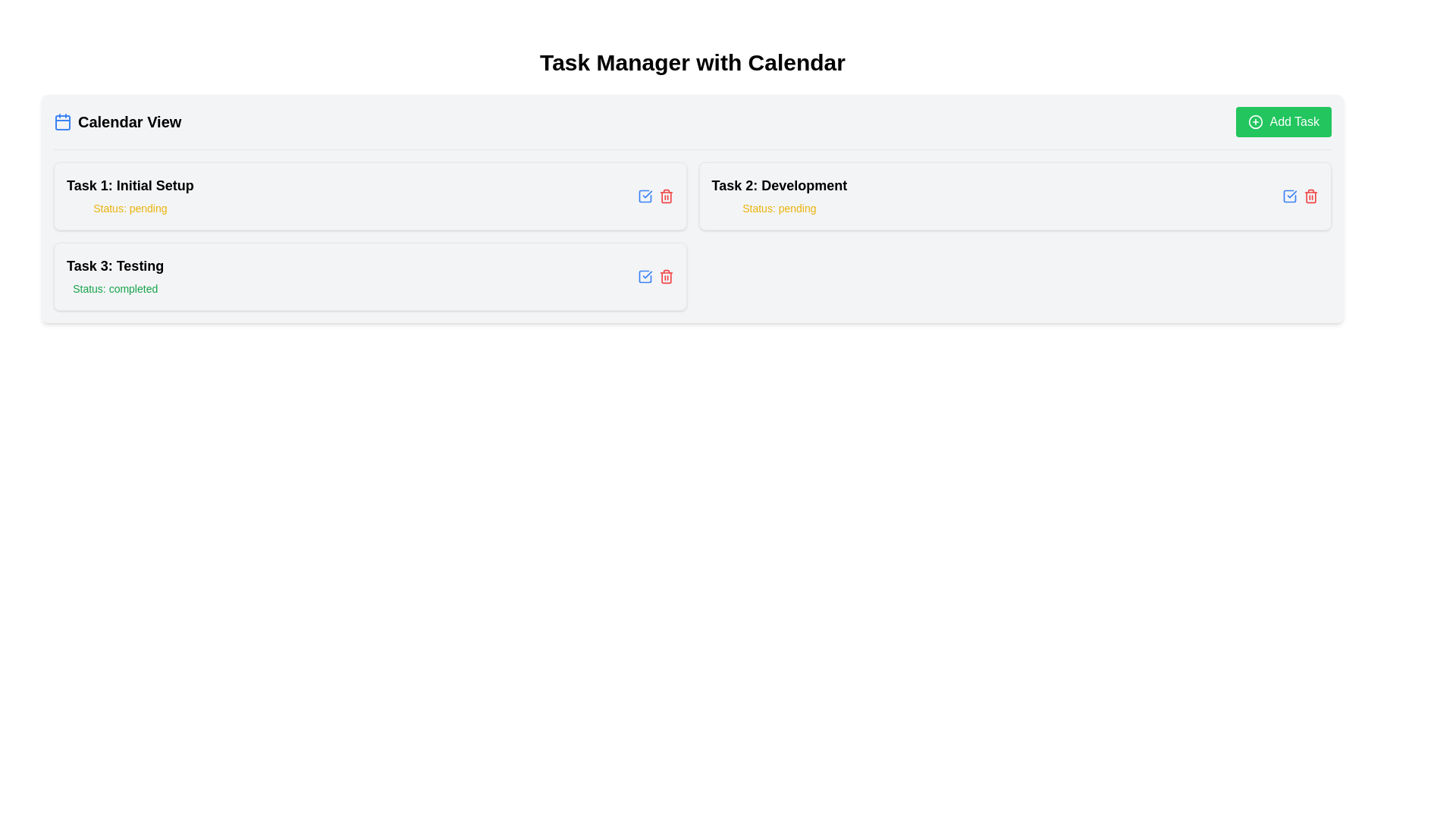 The width and height of the screenshot is (1456, 819). I want to click on the informational Text label that conveys the completion status of 'Task 3: Testing', which is located beneath the task title within the third task card, so click(115, 289).